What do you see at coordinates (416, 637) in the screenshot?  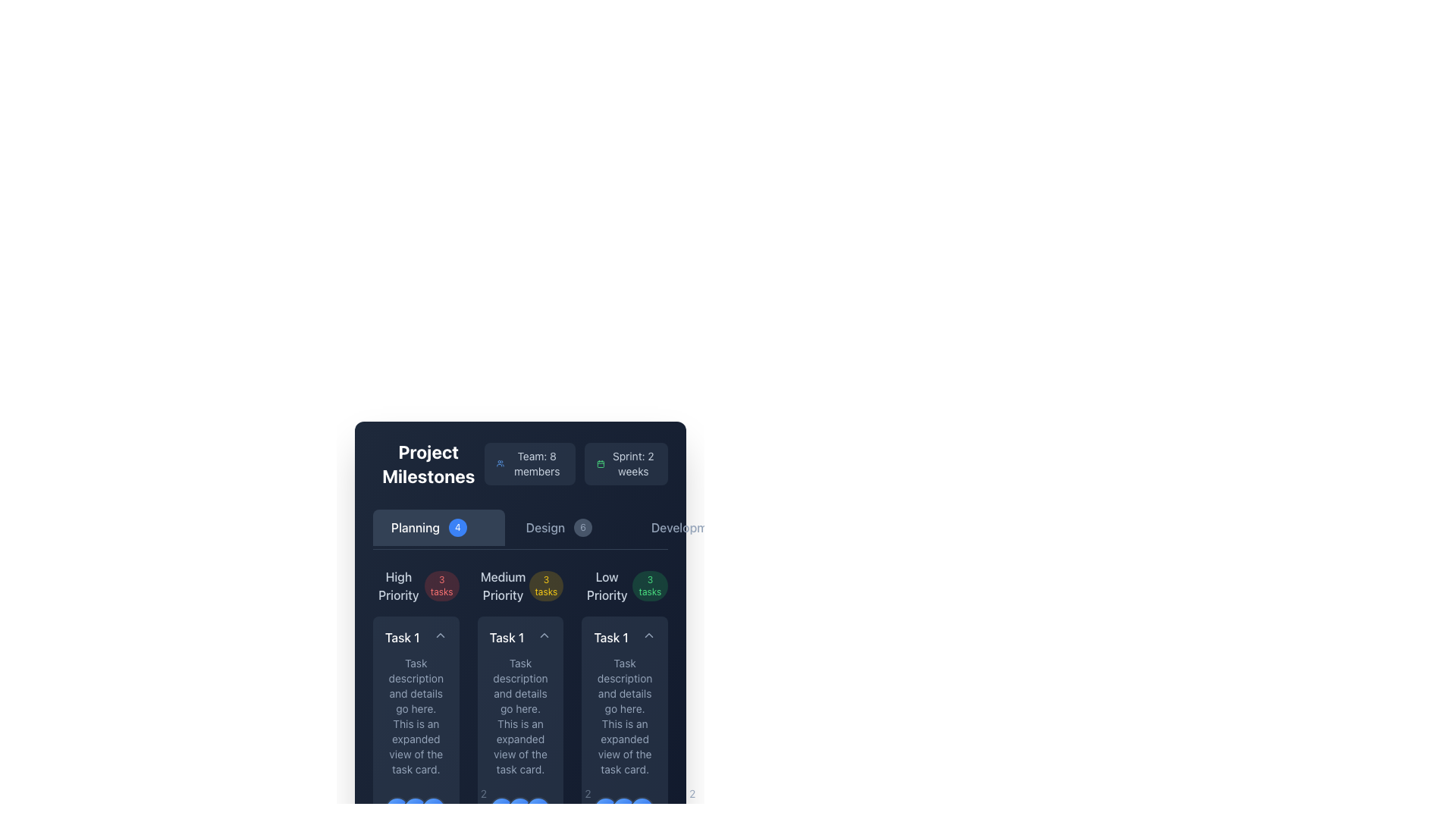 I see `the text label displaying 'Task 1'` at bounding box center [416, 637].